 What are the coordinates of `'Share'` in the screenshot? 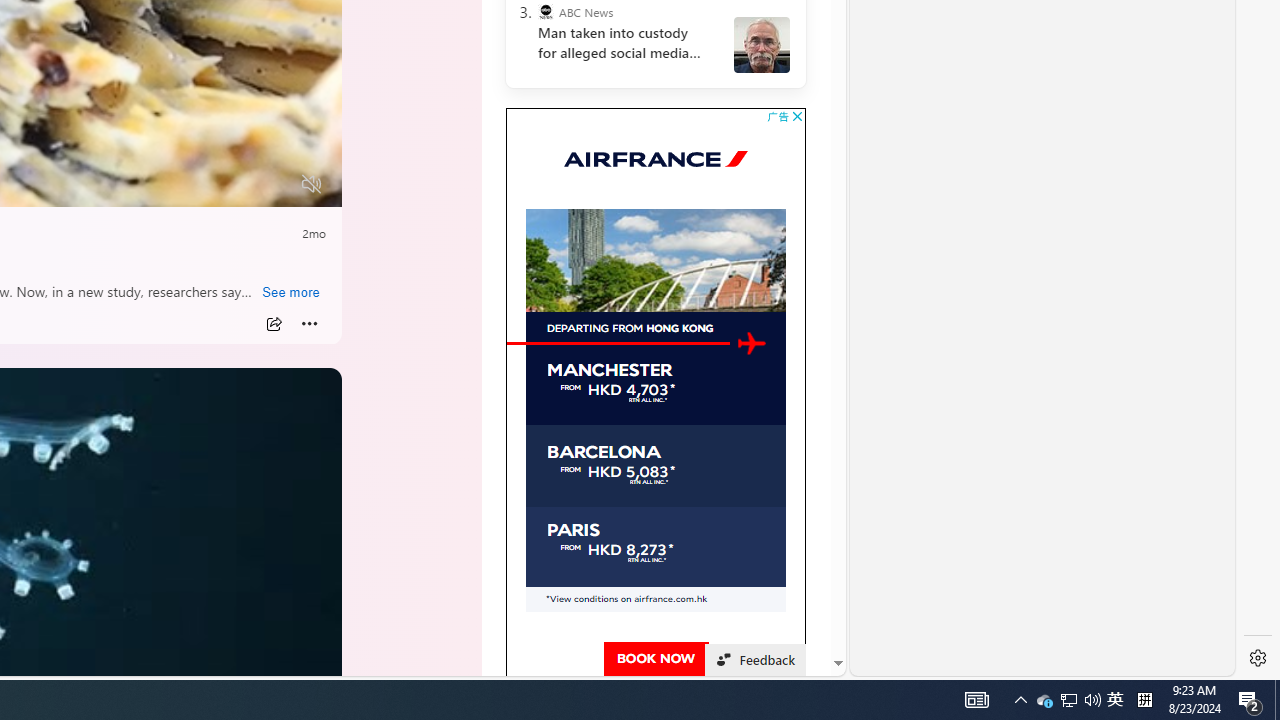 It's located at (273, 323).